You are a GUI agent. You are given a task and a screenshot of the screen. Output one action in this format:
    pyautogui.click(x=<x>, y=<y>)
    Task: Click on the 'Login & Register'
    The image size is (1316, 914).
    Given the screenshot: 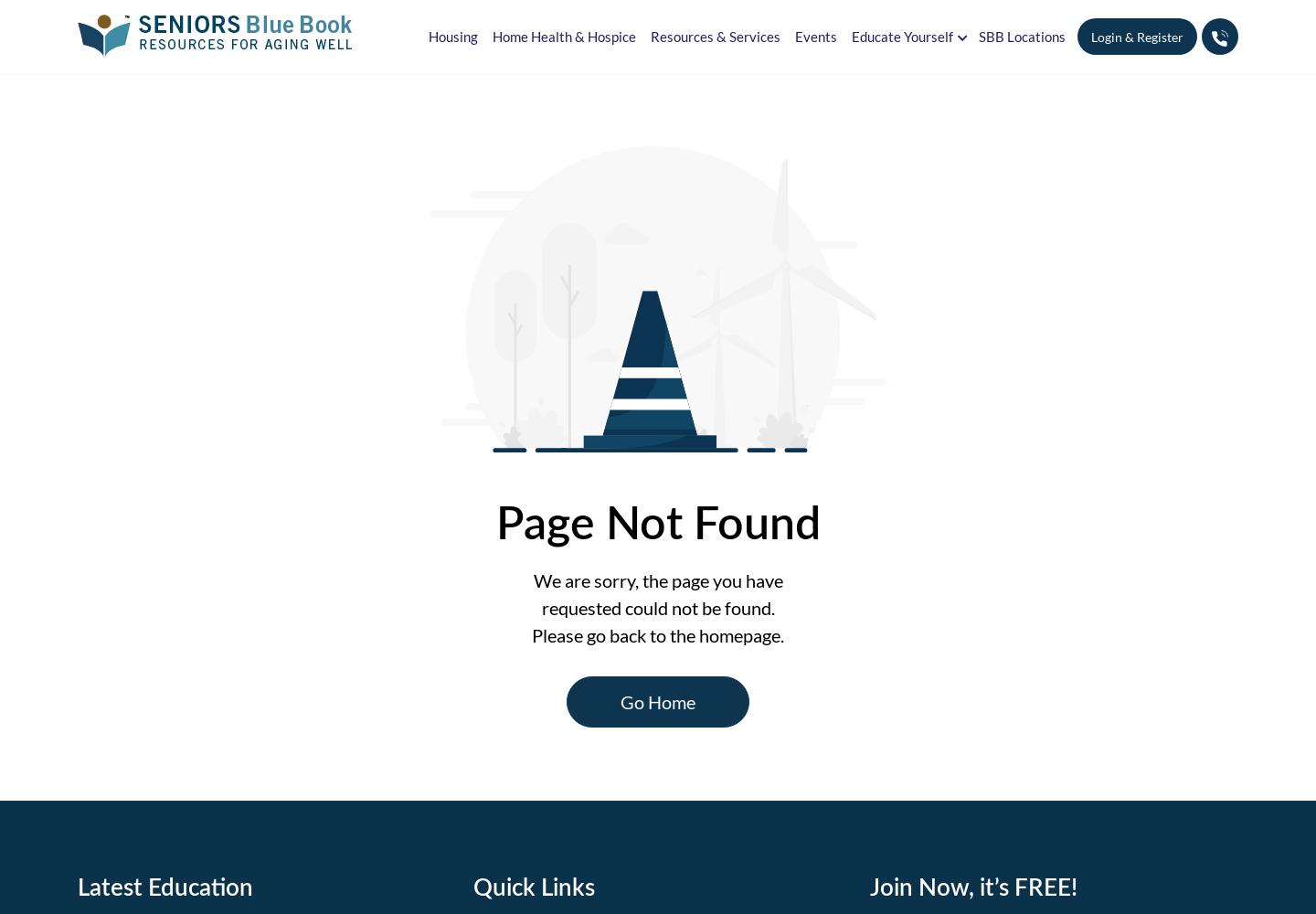 What is the action you would take?
    pyautogui.click(x=1136, y=37)
    